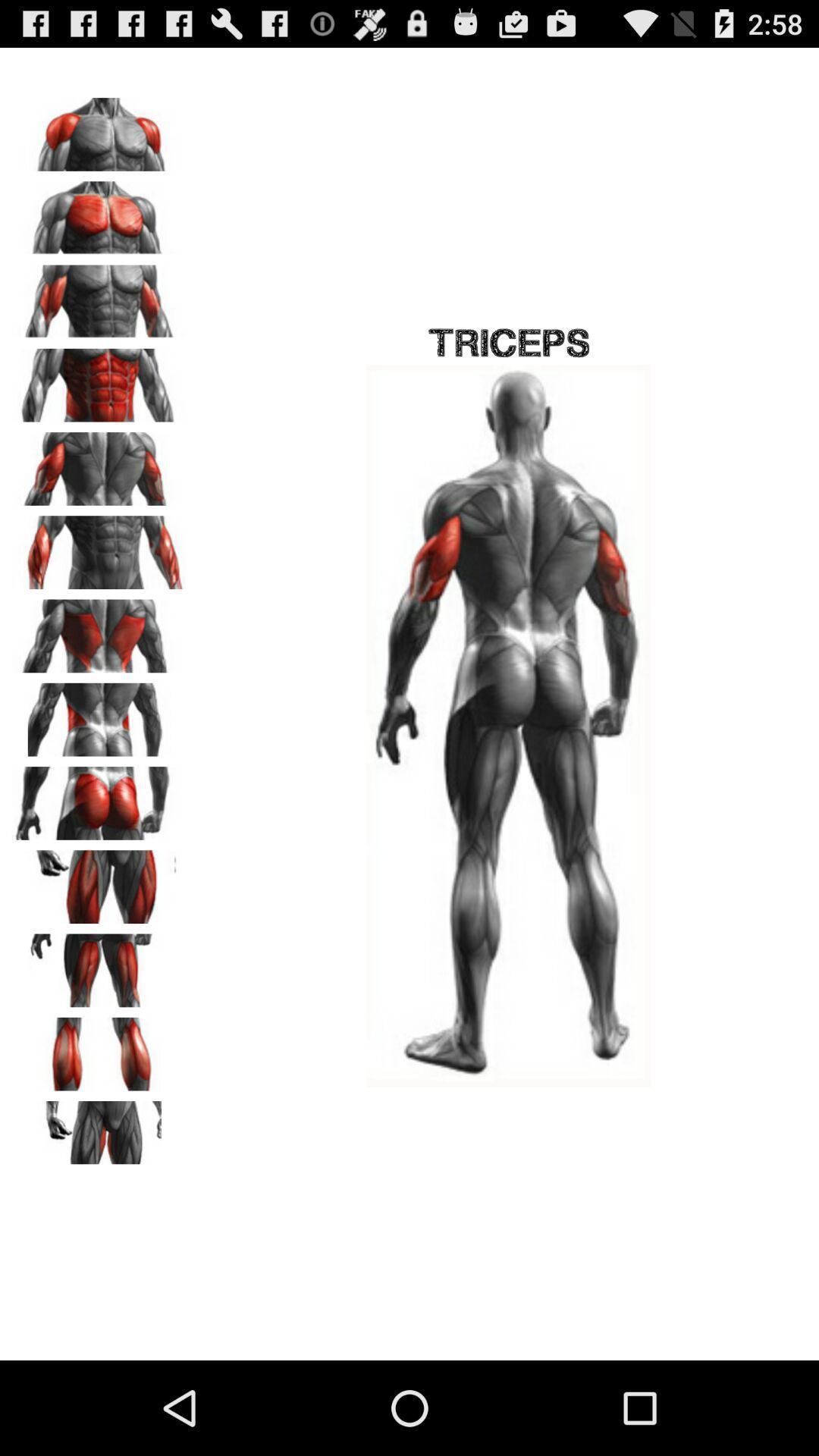 This screenshot has height=1456, width=819. I want to click on muscle group, so click(99, 212).